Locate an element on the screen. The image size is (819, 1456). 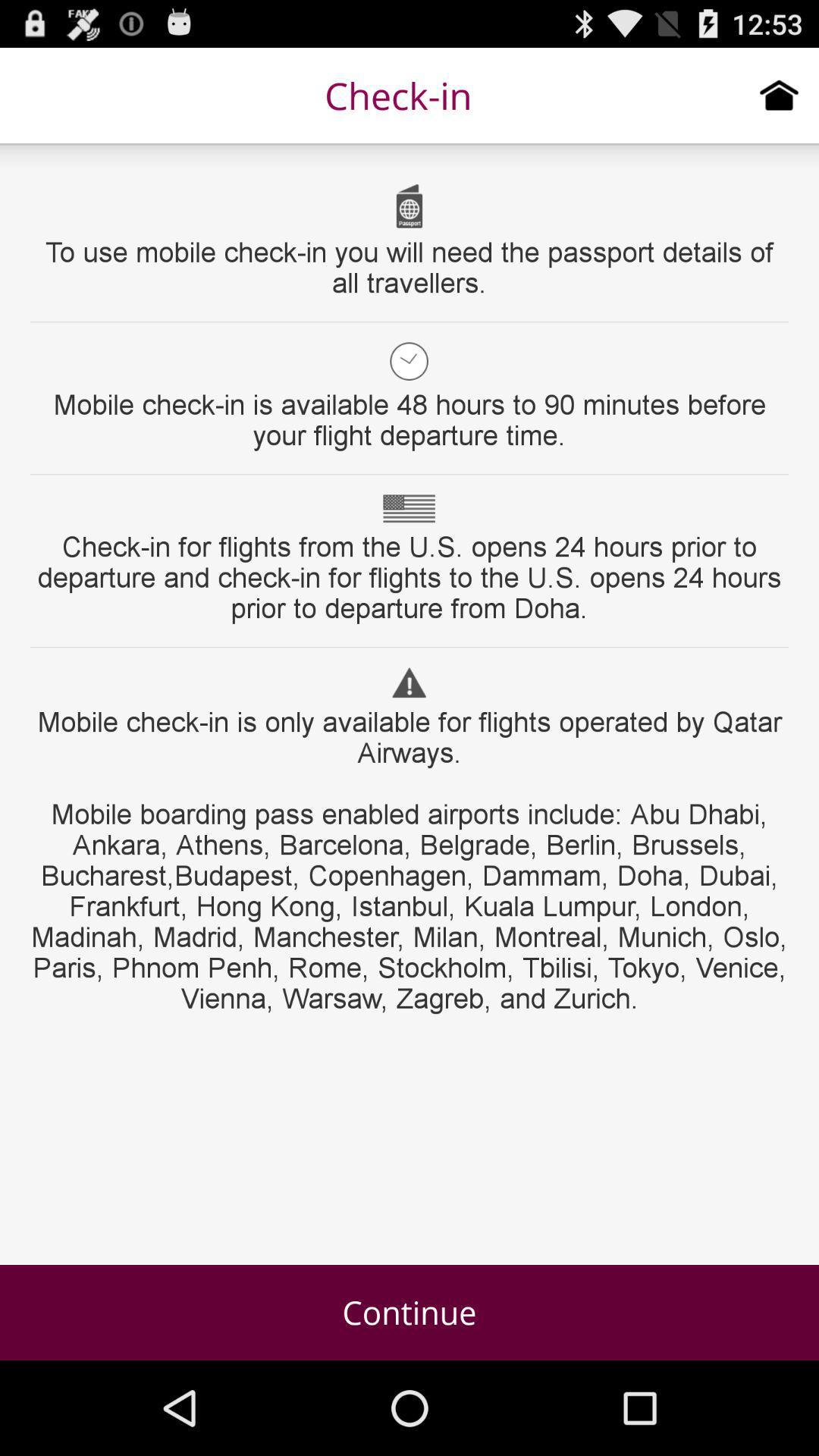
the icon next to the check-in item is located at coordinates (779, 94).